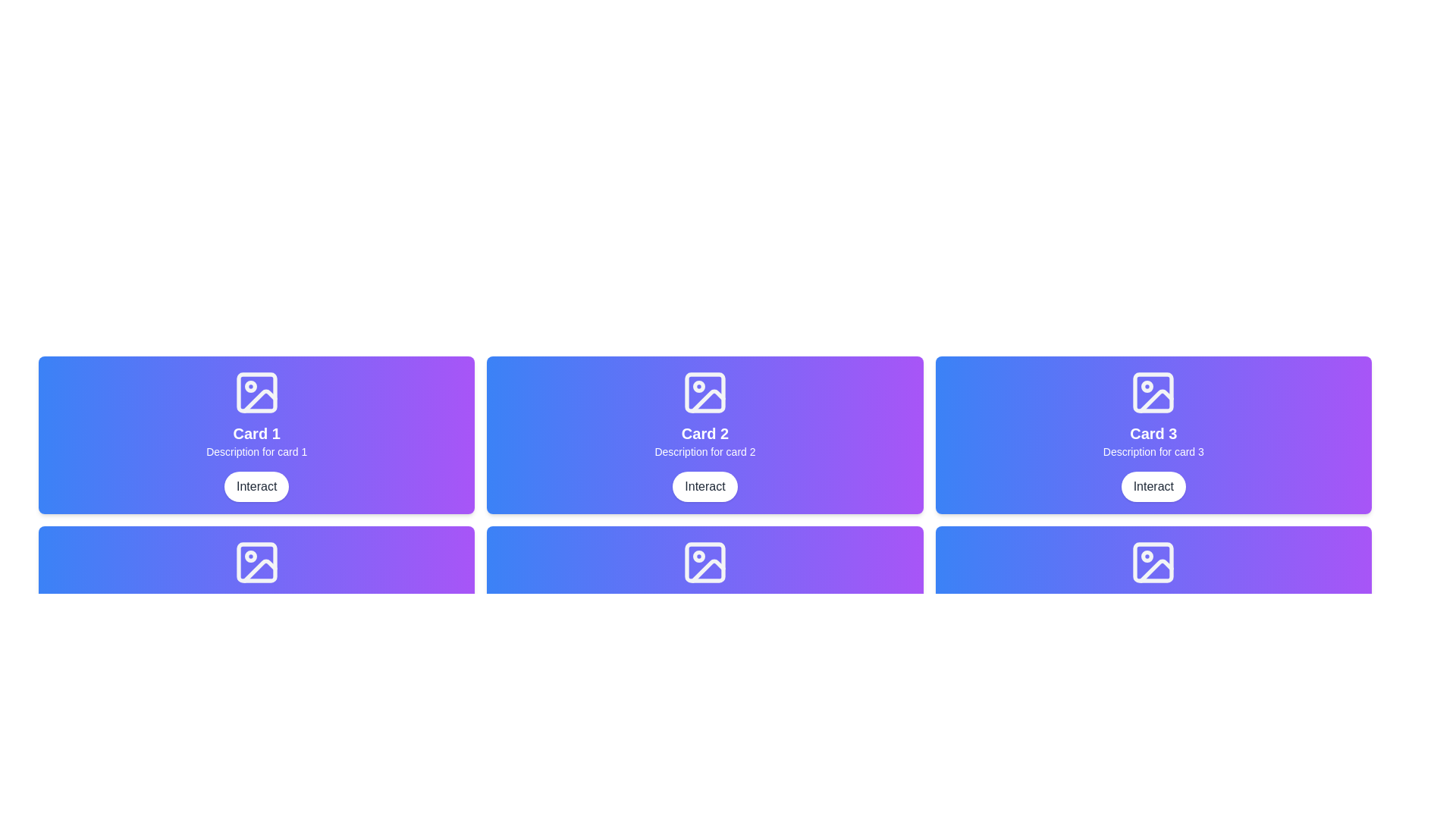 The width and height of the screenshot is (1456, 819). Describe the element at coordinates (256, 433) in the screenshot. I see `the text label that serves as the title of the first card, positioned at the top-center of the card, below an icon and above the description text` at that location.